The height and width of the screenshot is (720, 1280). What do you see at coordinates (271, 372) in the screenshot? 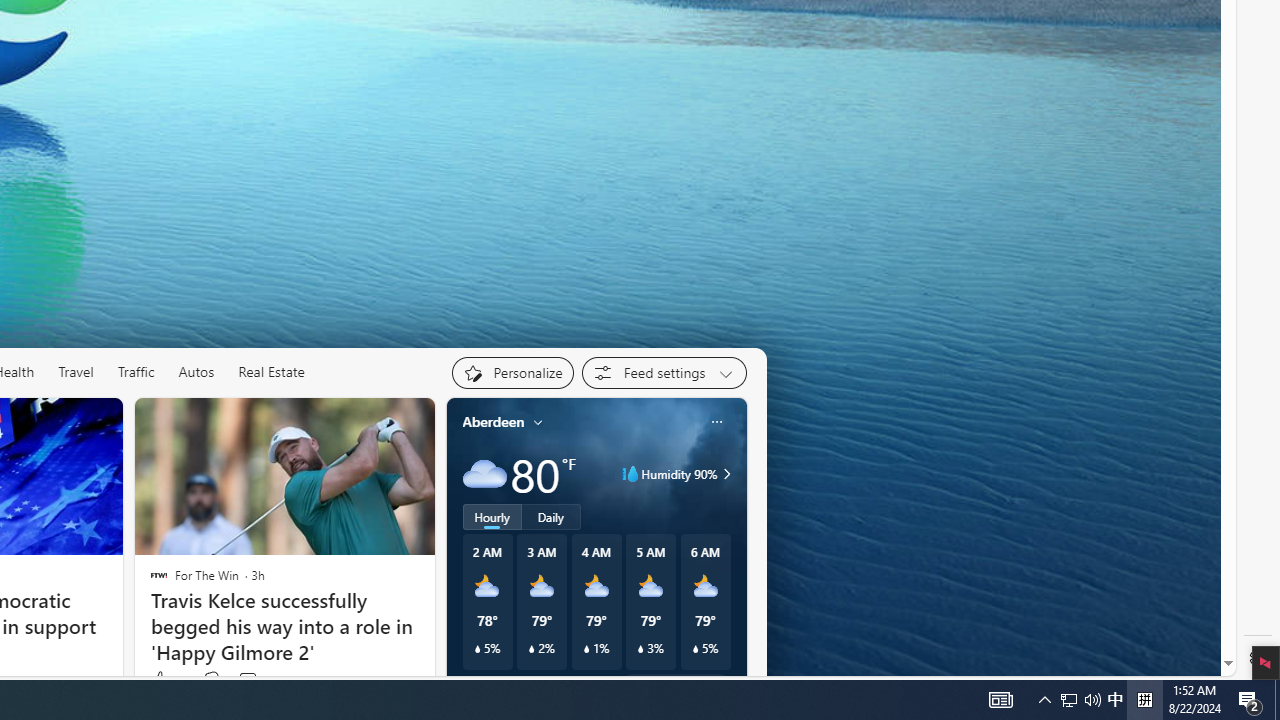
I see `'Real Estate'` at bounding box center [271, 372].